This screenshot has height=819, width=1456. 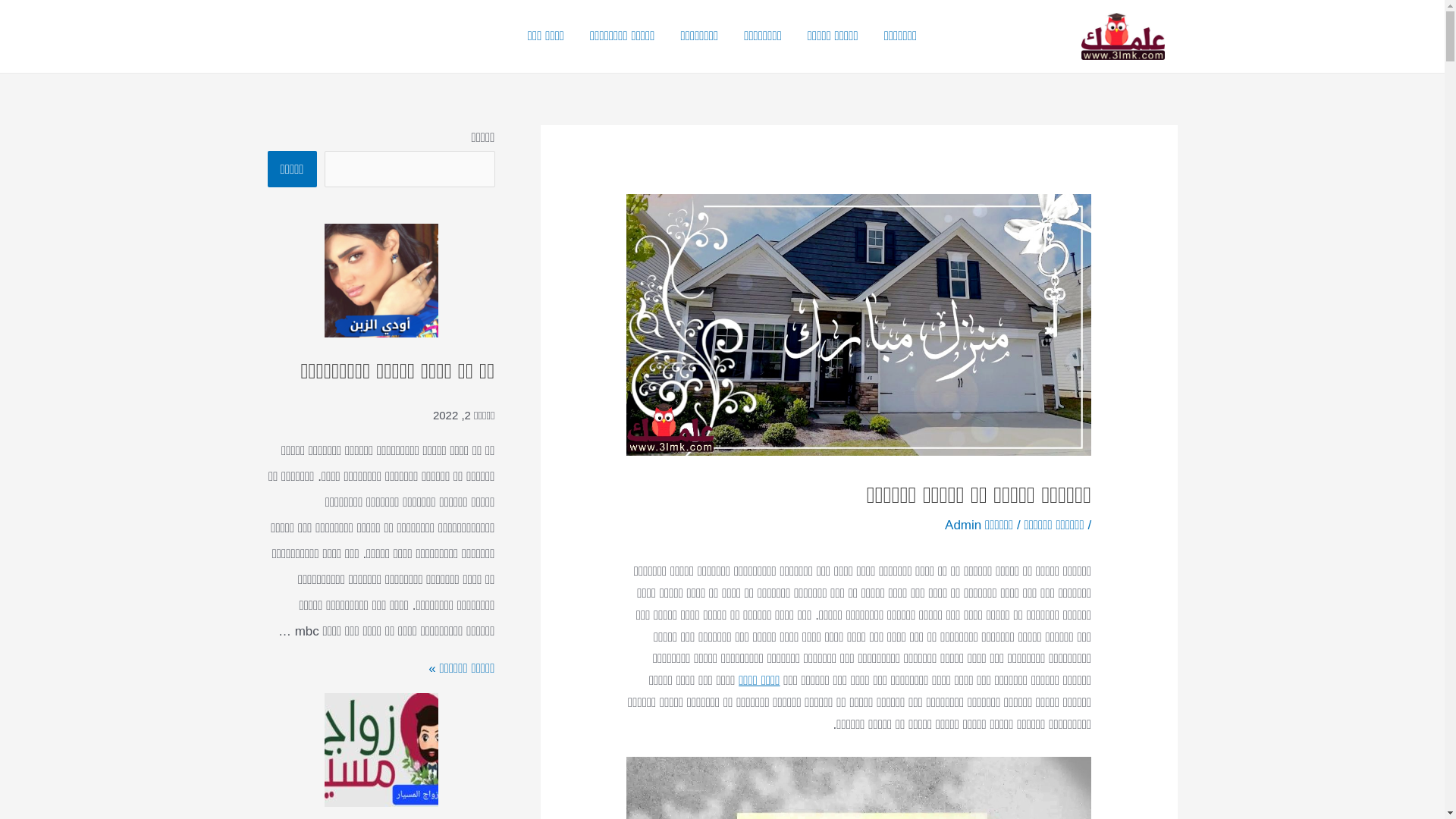 What do you see at coordinates (944, 524) in the screenshot?
I see `'Admin'` at bounding box center [944, 524].